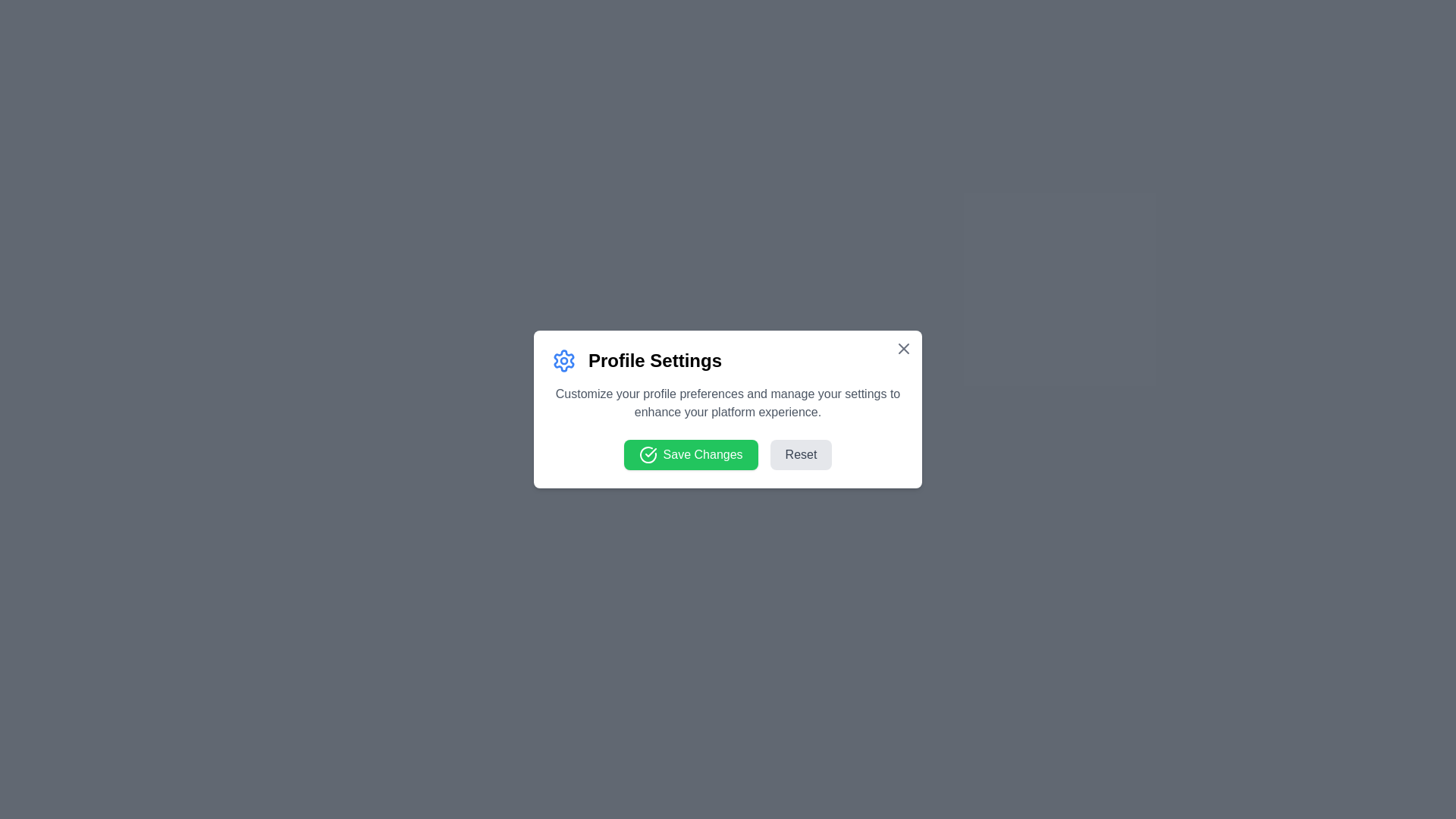 The image size is (1456, 819). Describe the element at coordinates (903, 348) in the screenshot. I see `the close button to close the dialog` at that location.